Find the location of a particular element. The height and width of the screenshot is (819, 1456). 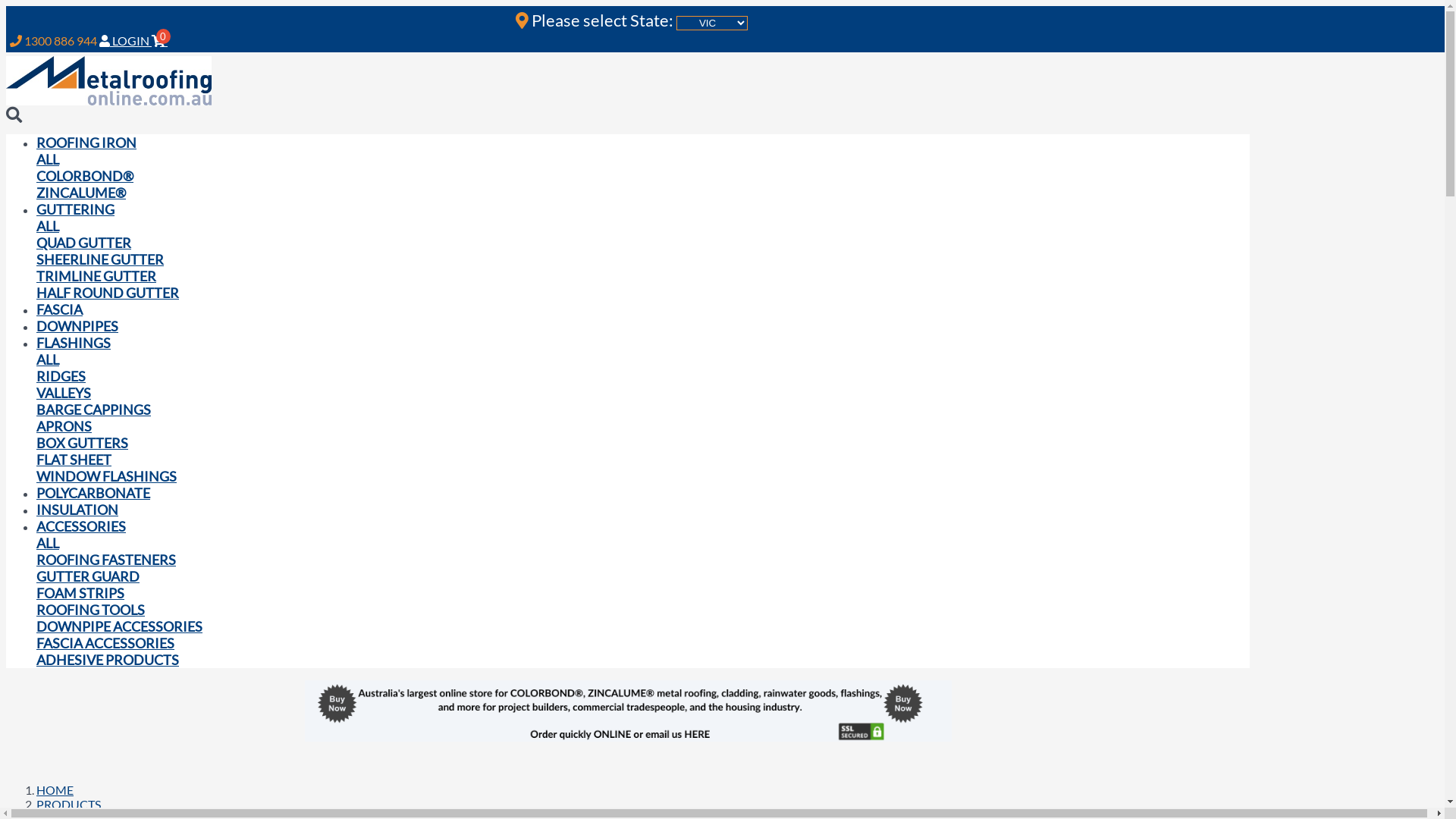

'FASCIA' is located at coordinates (59, 309).